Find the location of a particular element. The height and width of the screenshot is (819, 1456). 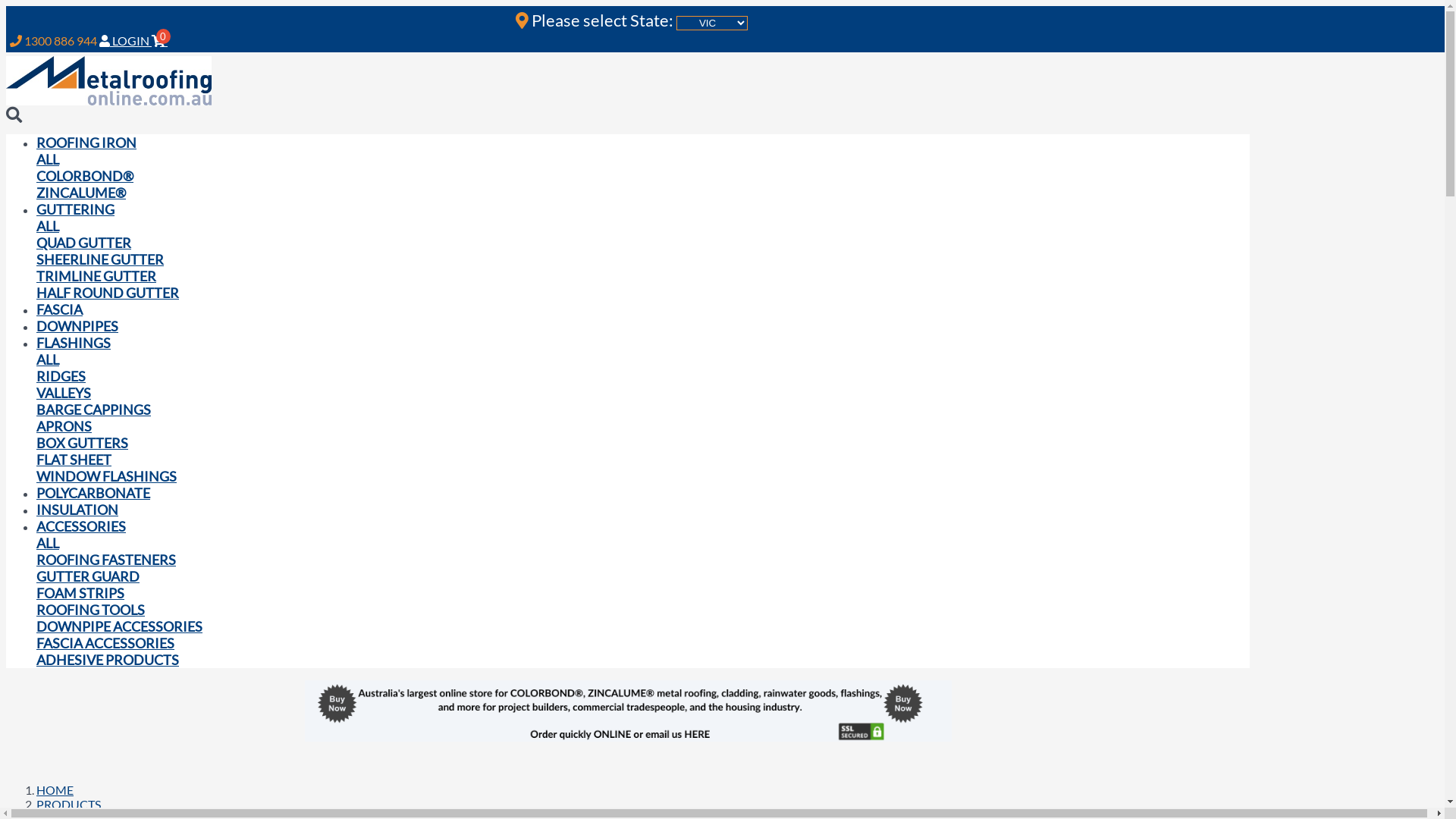

'FASCIA' is located at coordinates (59, 309).